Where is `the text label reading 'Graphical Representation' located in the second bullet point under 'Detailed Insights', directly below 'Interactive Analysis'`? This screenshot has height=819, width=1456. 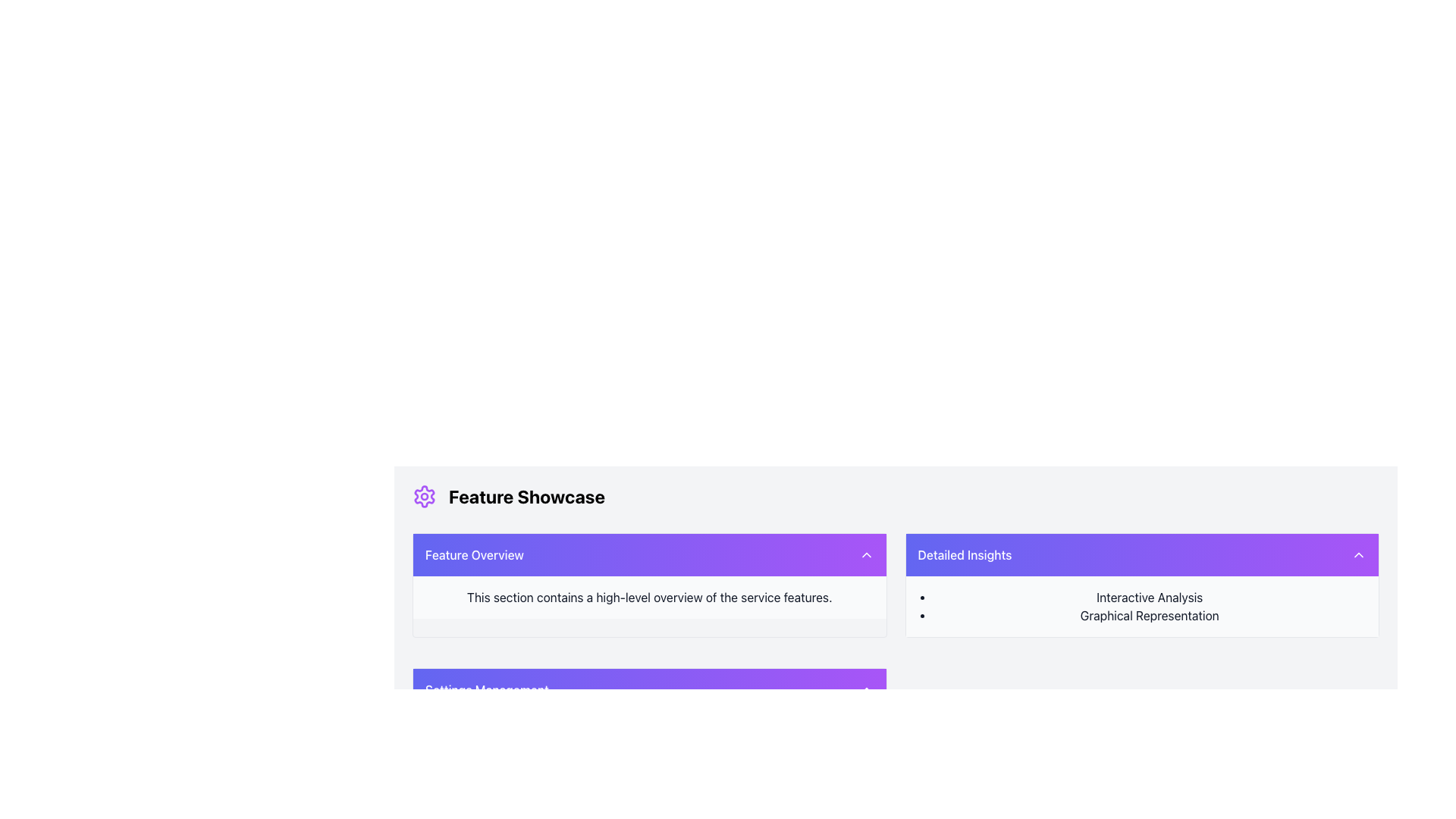
the text label reading 'Graphical Representation' located in the second bullet point under 'Detailed Insights', directly below 'Interactive Analysis' is located at coordinates (1150, 616).